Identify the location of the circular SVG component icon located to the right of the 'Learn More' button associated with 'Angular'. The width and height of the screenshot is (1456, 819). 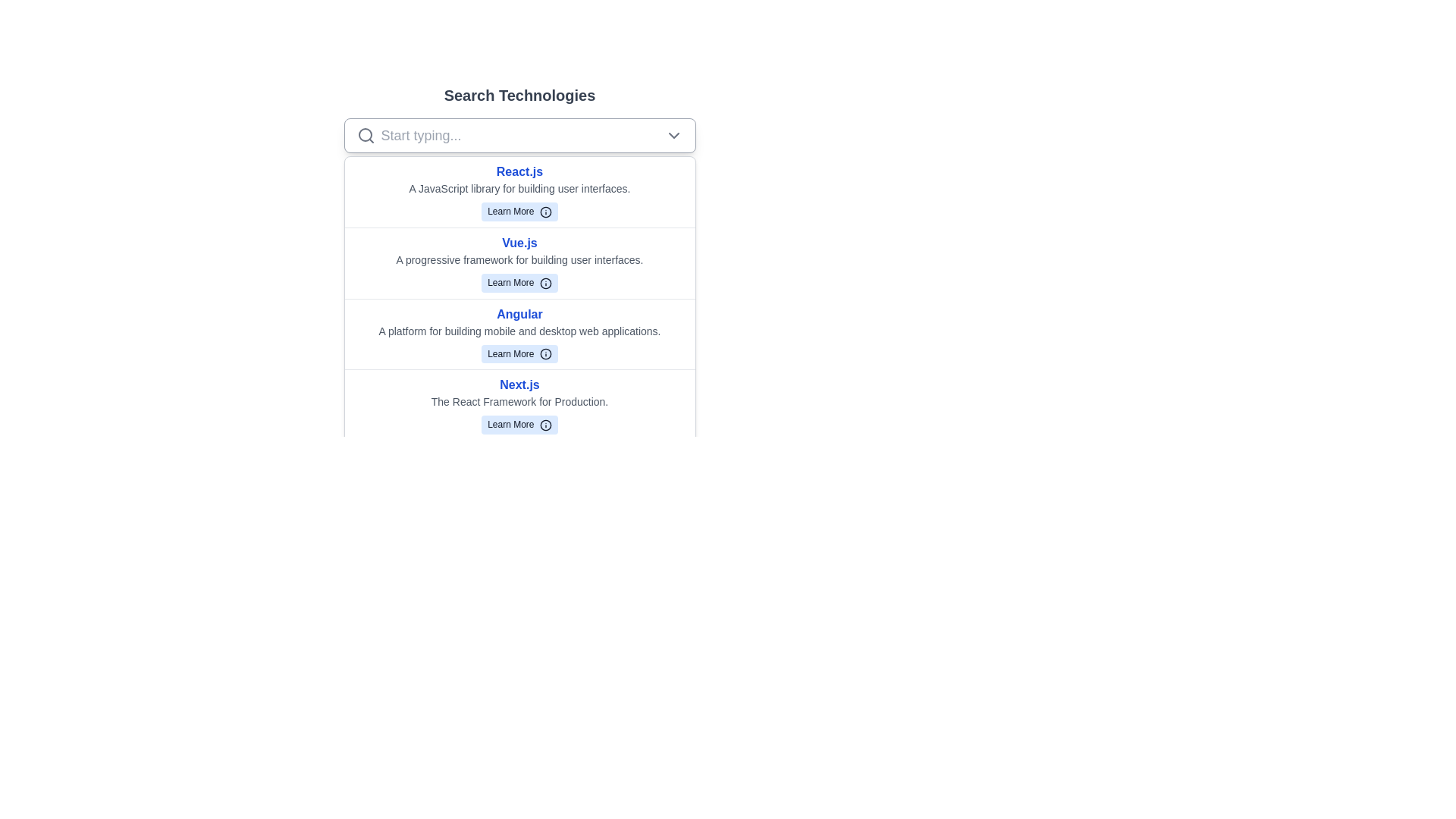
(545, 354).